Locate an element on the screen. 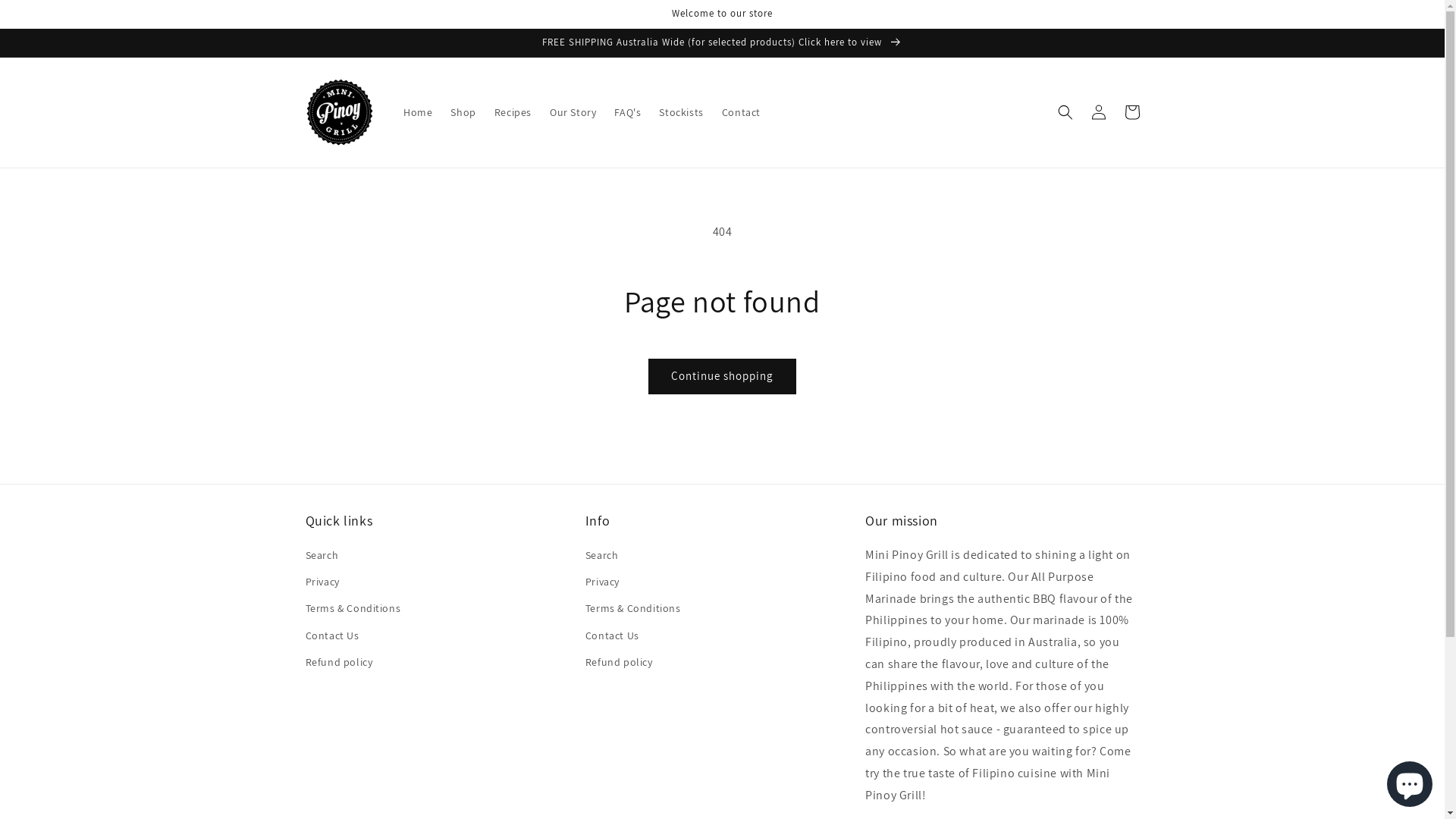  'Our Story' is located at coordinates (541, 111).